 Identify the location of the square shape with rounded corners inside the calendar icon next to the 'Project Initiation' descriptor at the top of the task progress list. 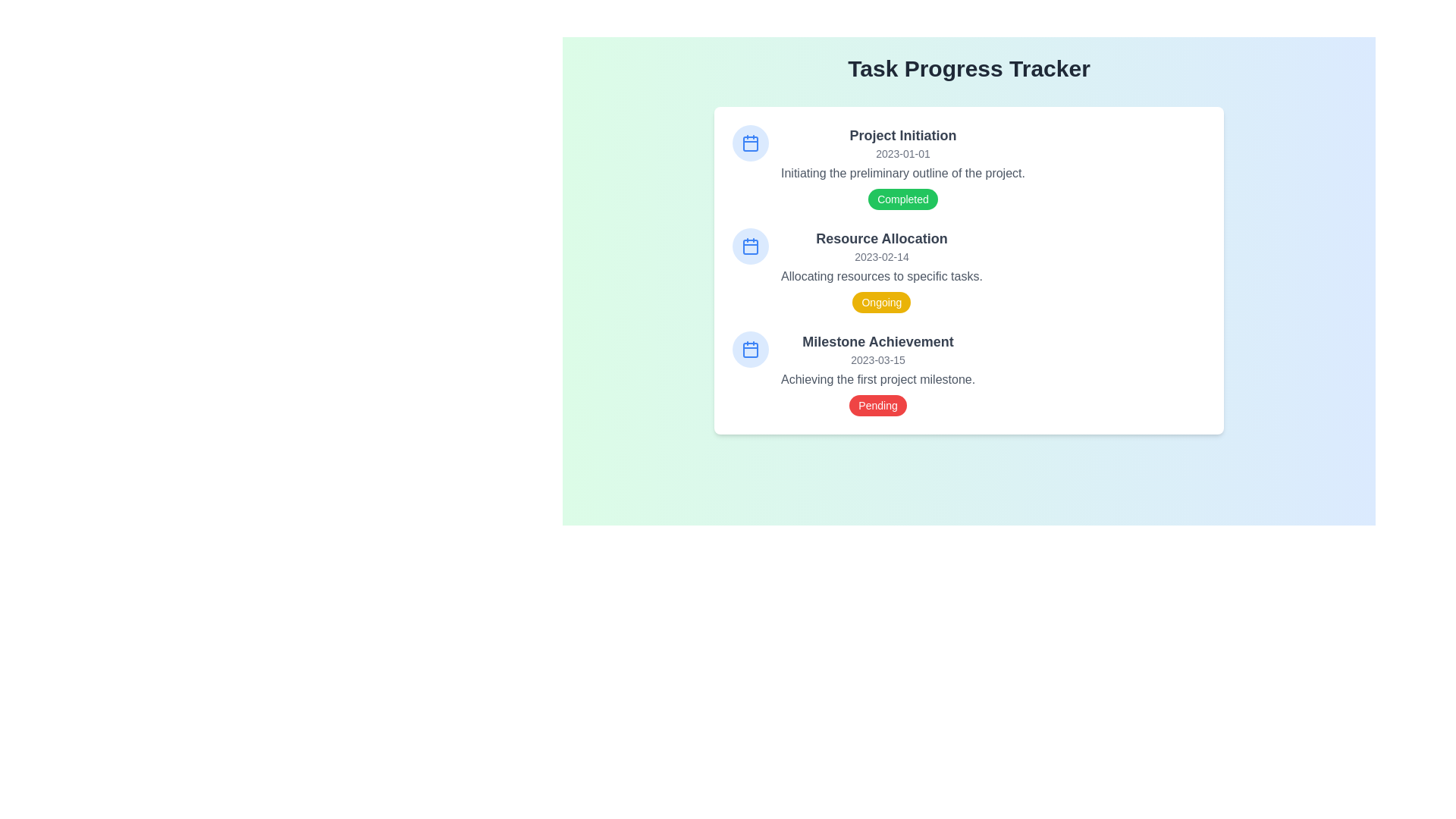
(750, 143).